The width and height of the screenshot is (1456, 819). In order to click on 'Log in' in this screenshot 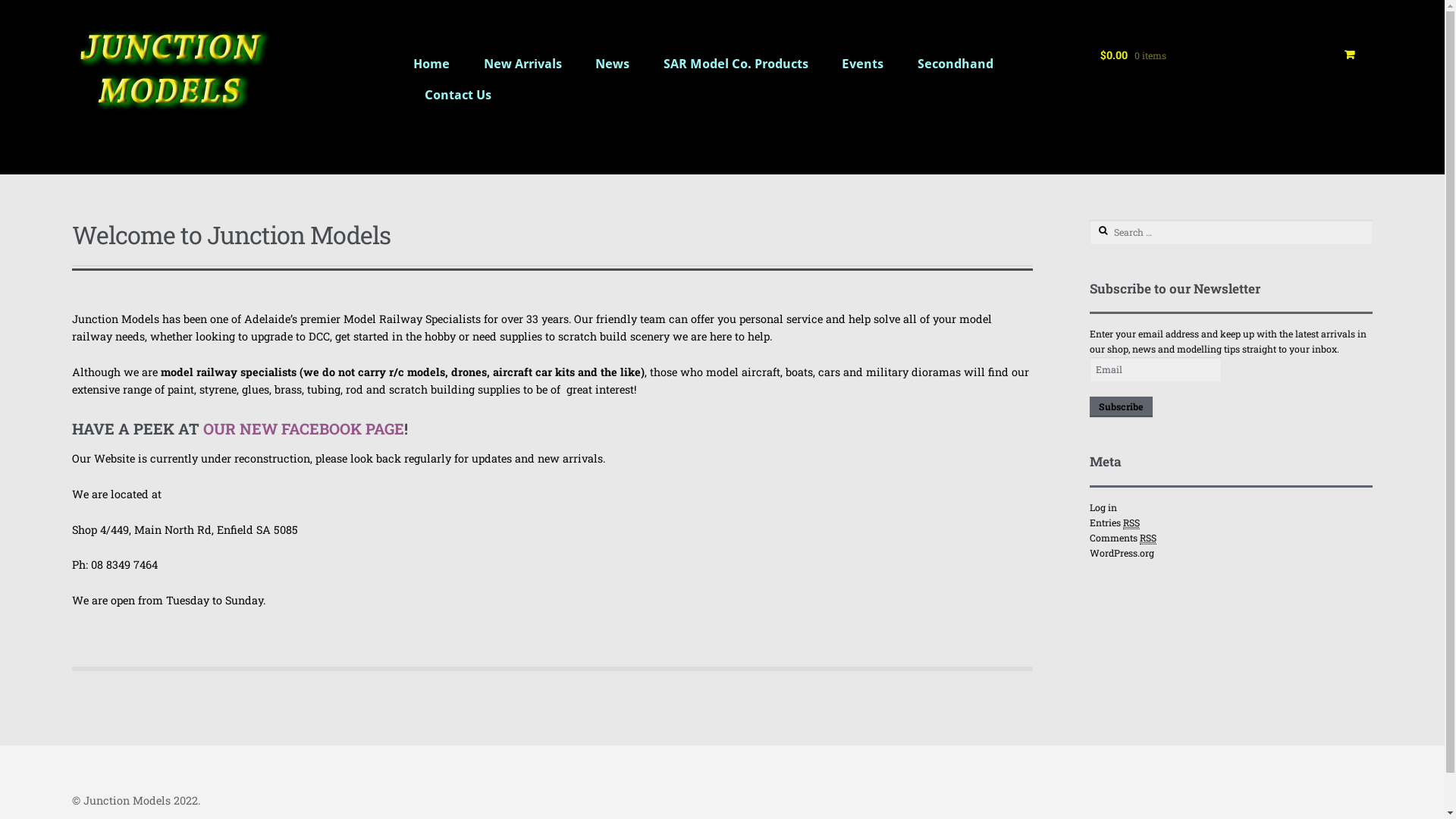, I will do `click(1088, 507)`.